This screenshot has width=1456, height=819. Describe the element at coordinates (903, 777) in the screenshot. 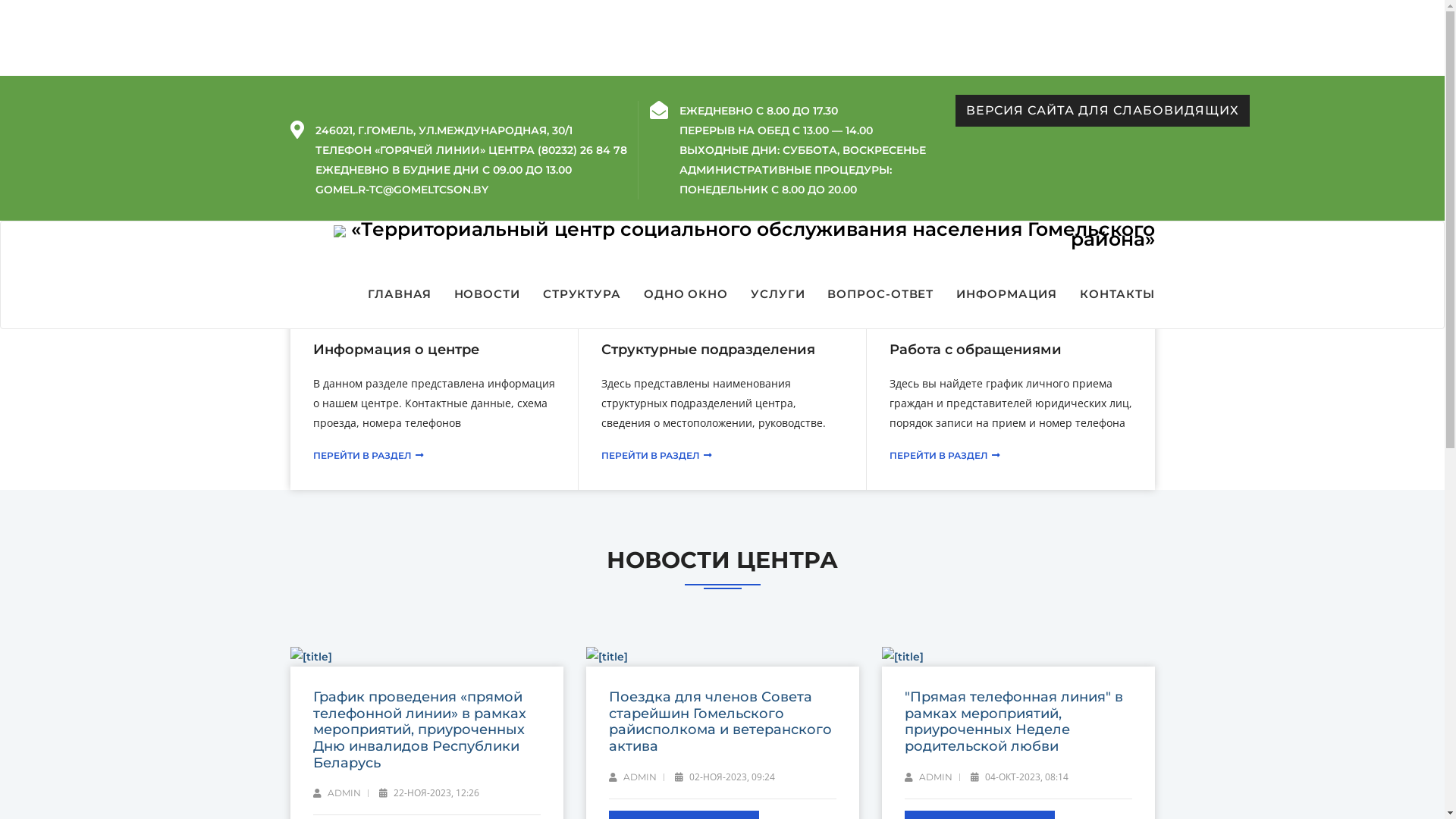

I see `'ADMIN'` at that location.